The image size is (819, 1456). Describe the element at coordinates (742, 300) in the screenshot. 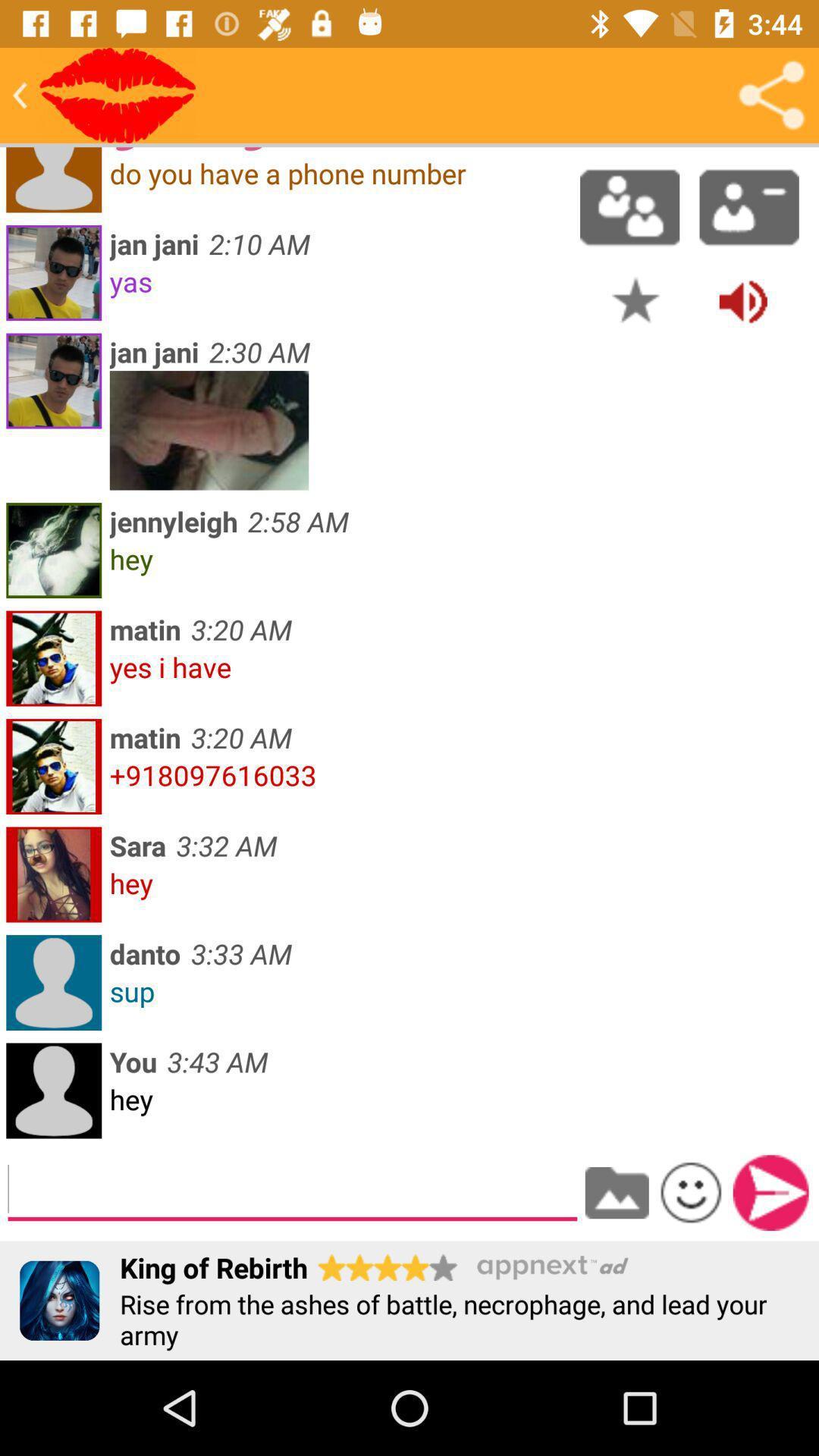

I see `the volume icon` at that location.